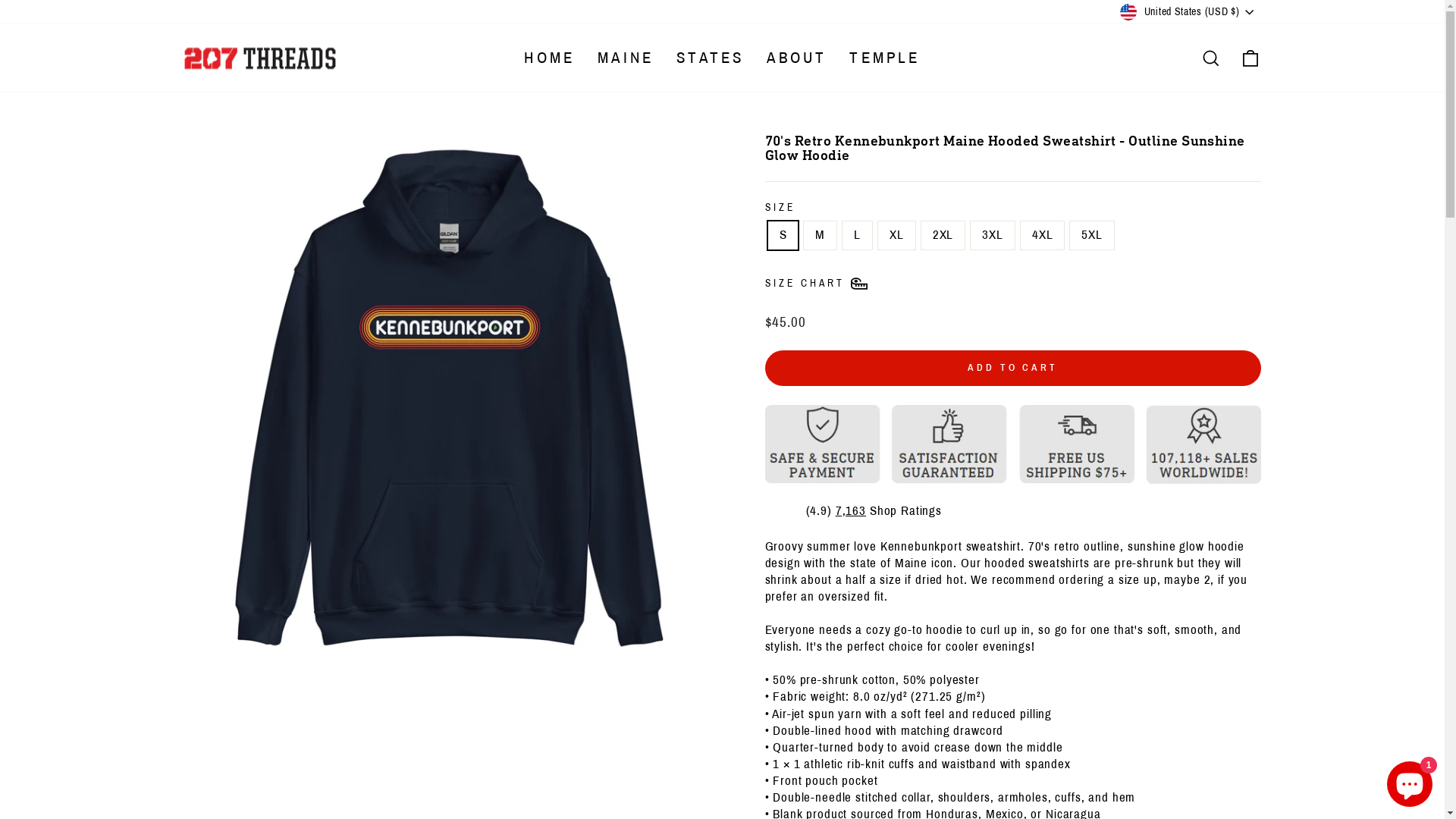  What do you see at coordinates (626, 58) in the screenshot?
I see `'MAINE'` at bounding box center [626, 58].